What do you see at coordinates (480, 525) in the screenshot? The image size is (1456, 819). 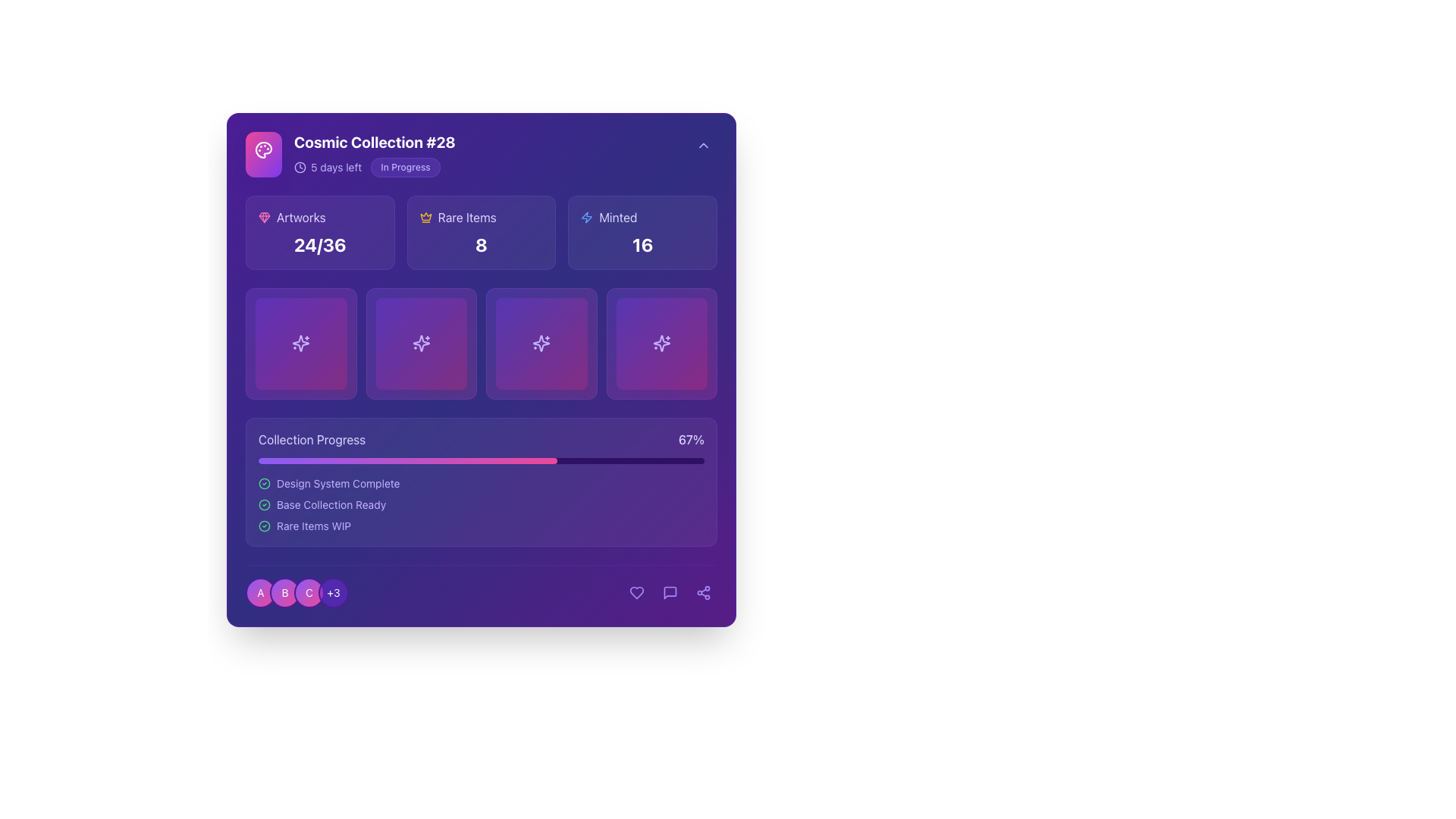 I see `the Text Label indicating the progress status of 'Rare Items WIP' located under 'Collection Progress'` at bounding box center [480, 525].